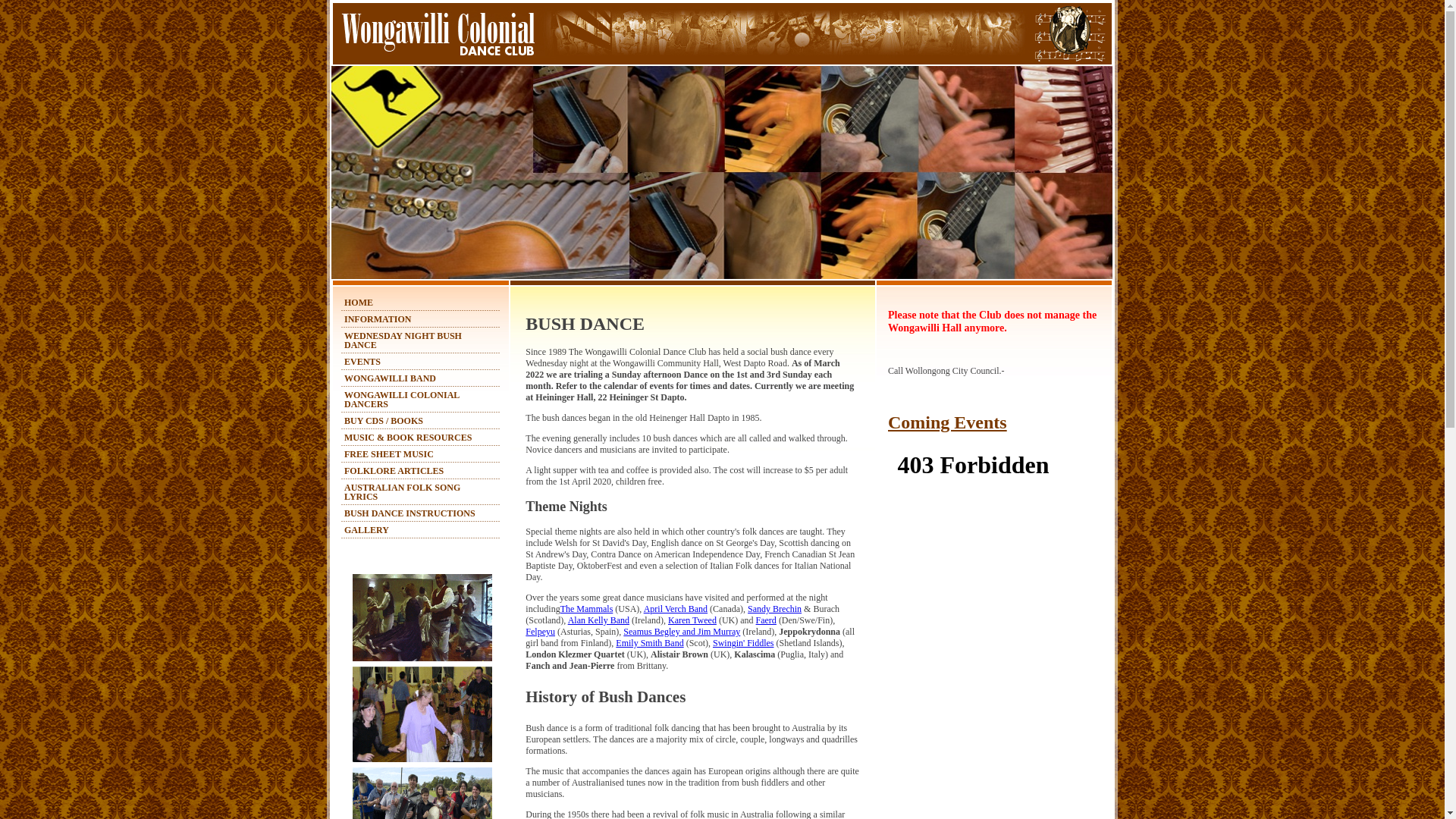 The image size is (1456, 819). What do you see at coordinates (383, 421) in the screenshot?
I see `'BUY CDS / BOOKS'` at bounding box center [383, 421].